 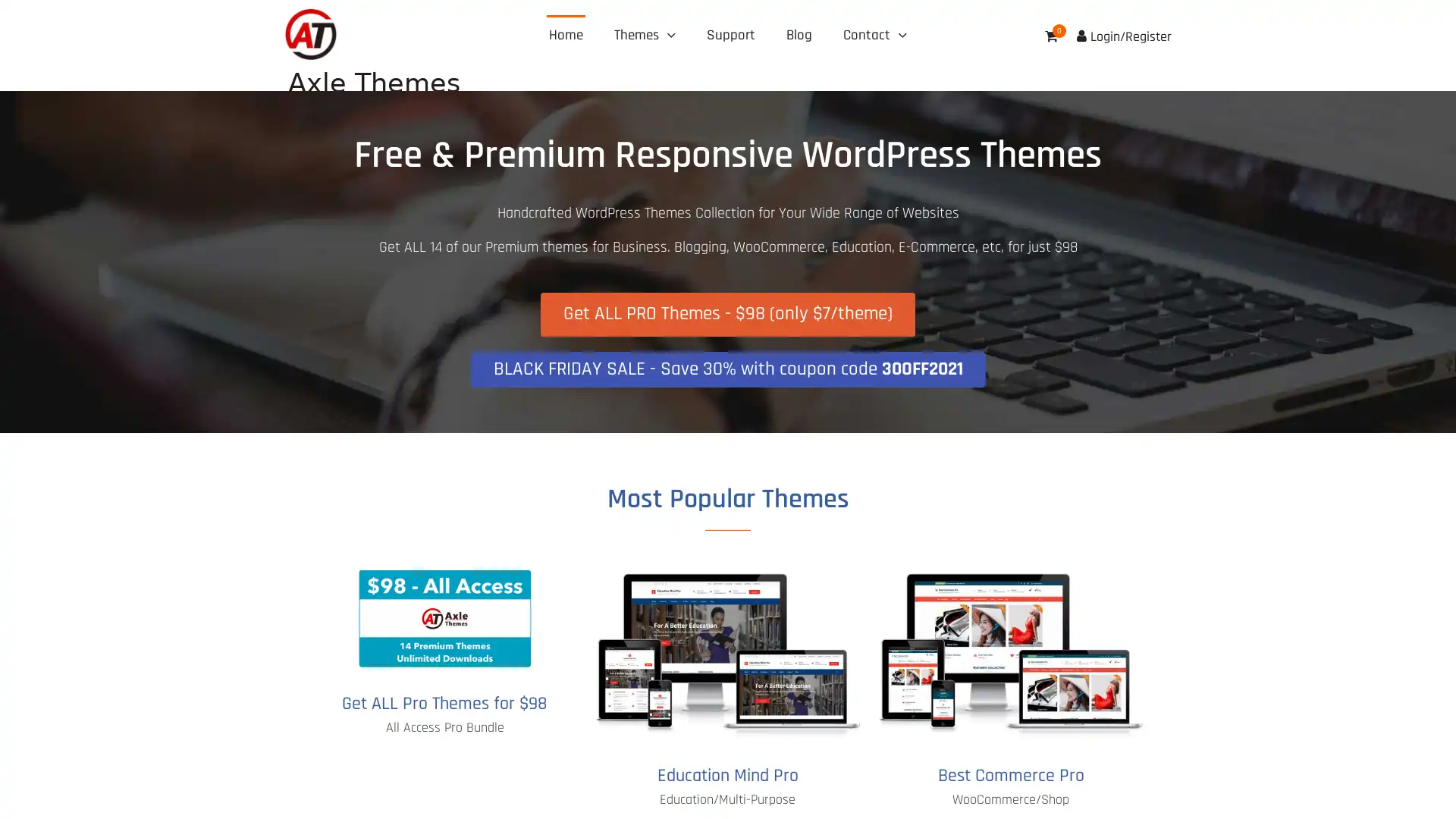 I want to click on Get ALL PRO Themes - $98 (only $7/theme), so click(x=728, y=313).